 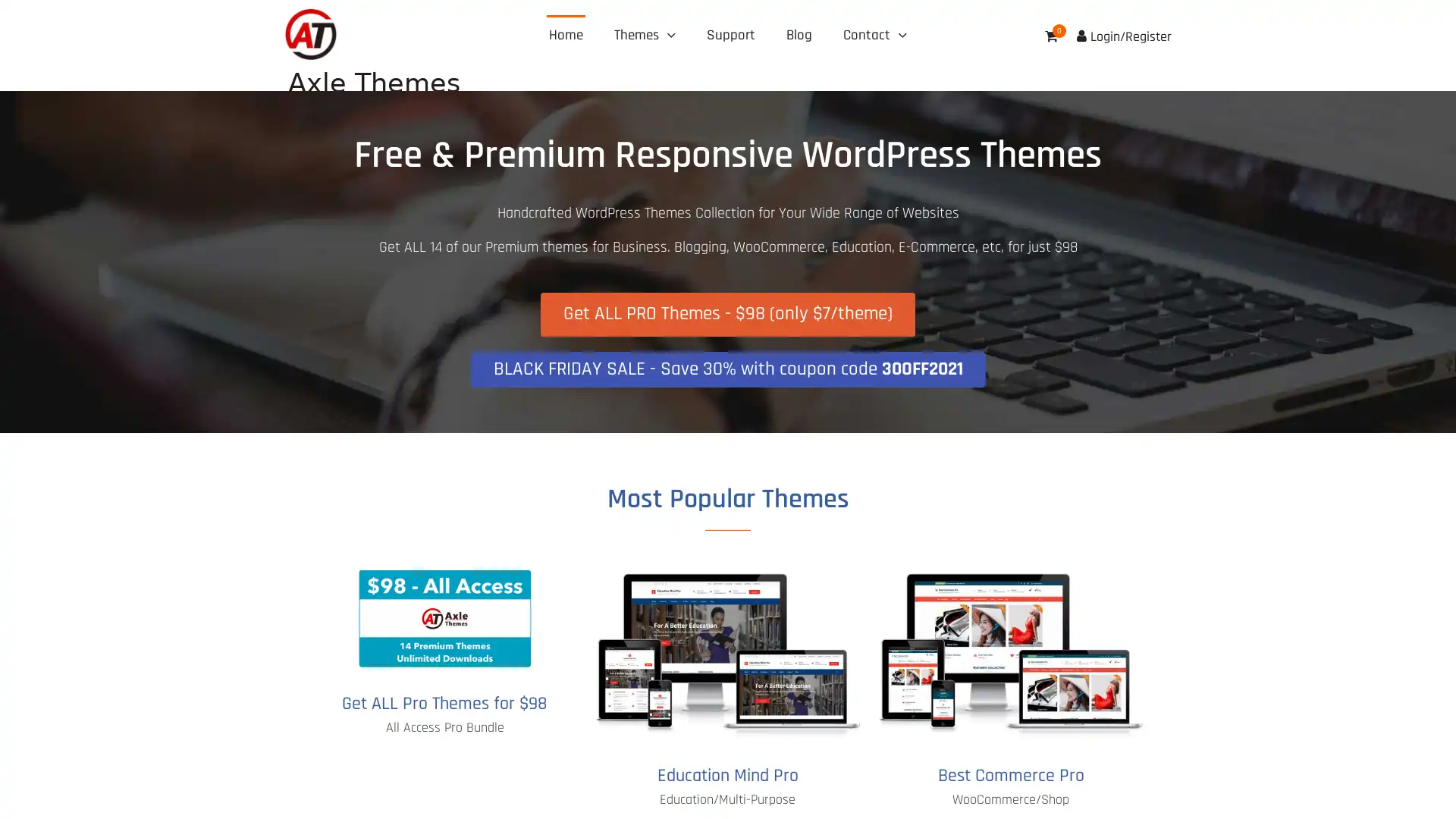 I want to click on Get ALL PRO Themes - $98 (only $7/theme), so click(x=728, y=313).